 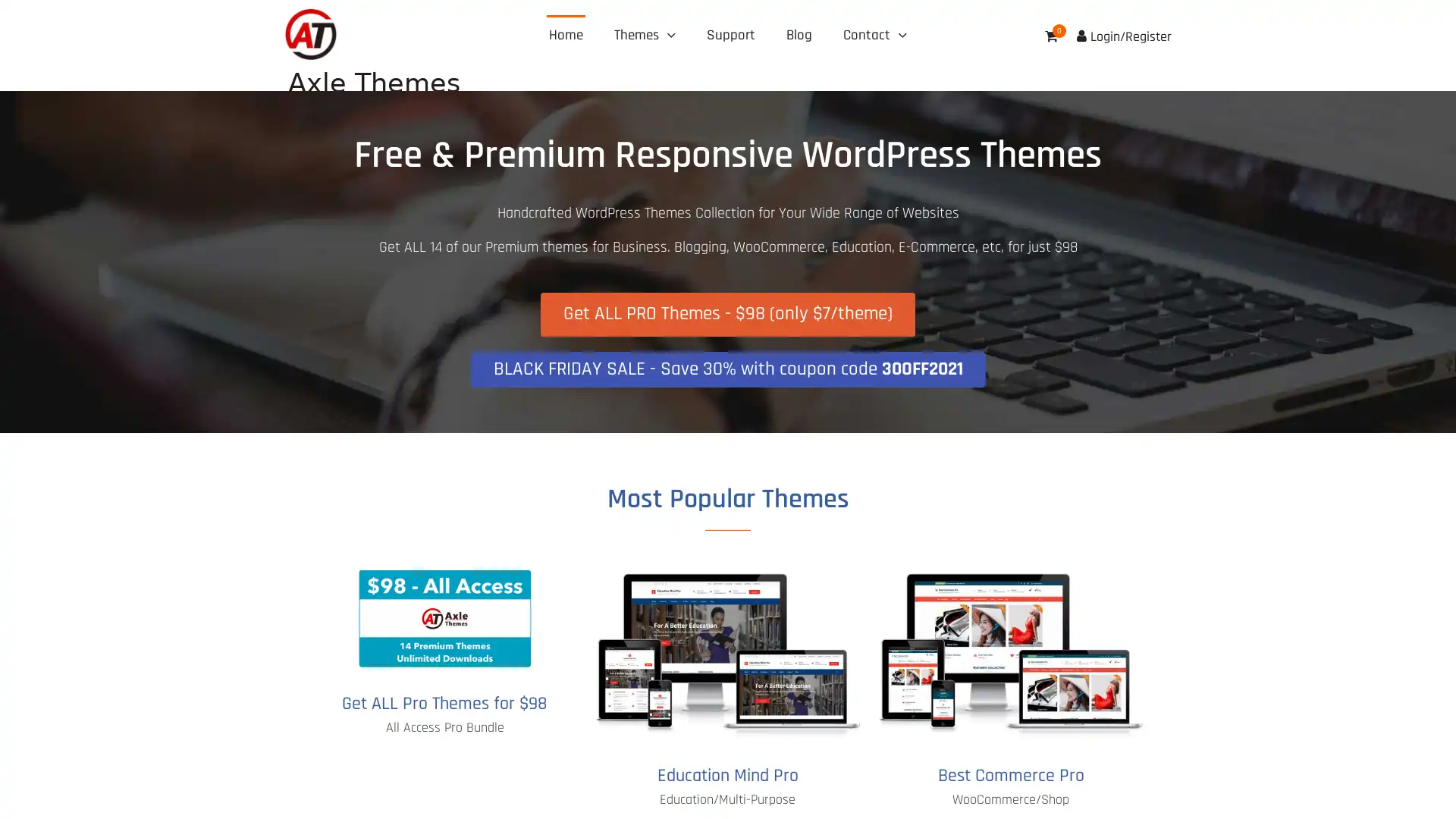 I want to click on Get ALL PRO Themes - $98 (only $7/theme), so click(x=728, y=313).